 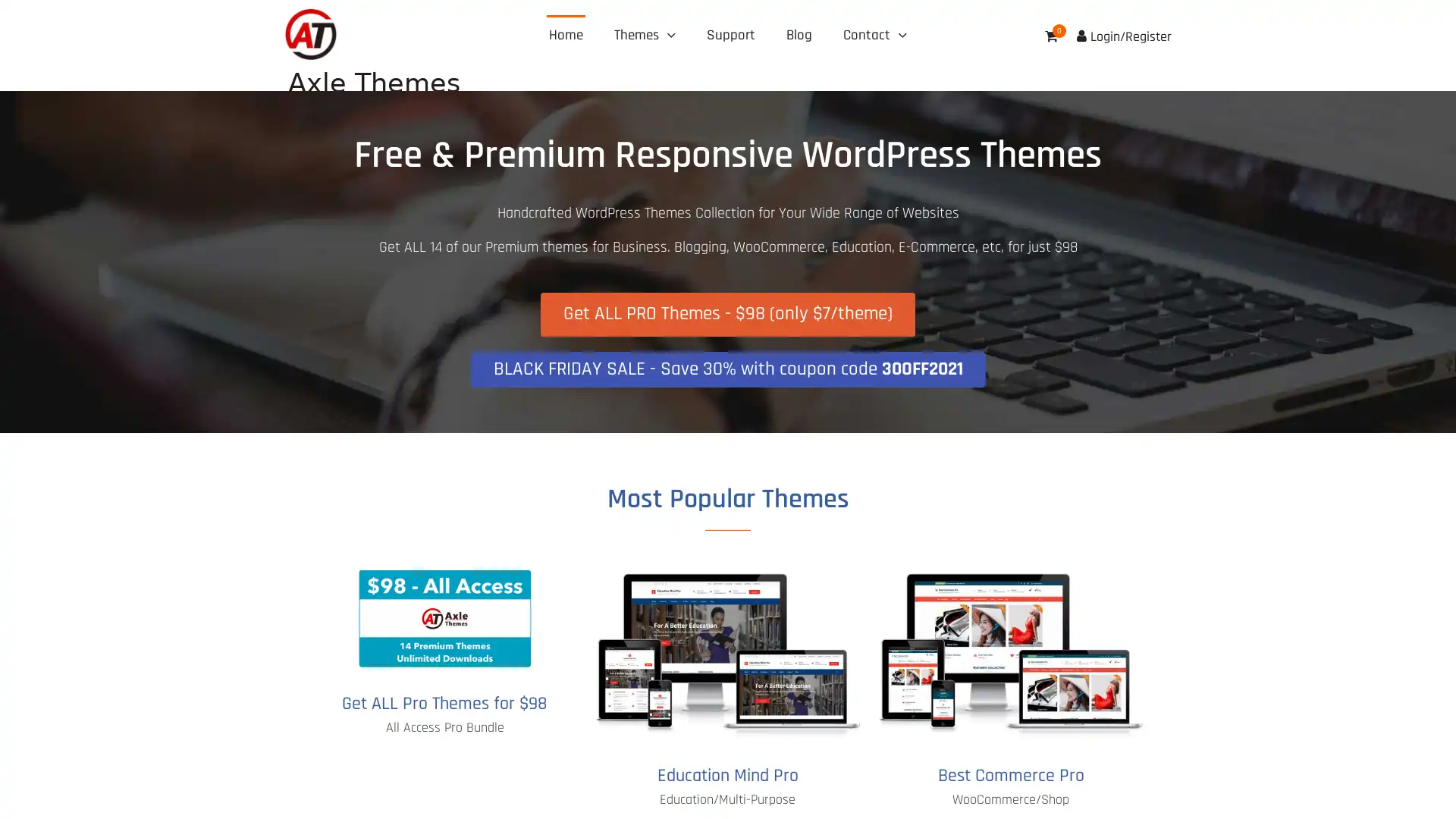 I want to click on Get ALL PRO Themes - $98 (only $7/theme), so click(x=728, y=313).